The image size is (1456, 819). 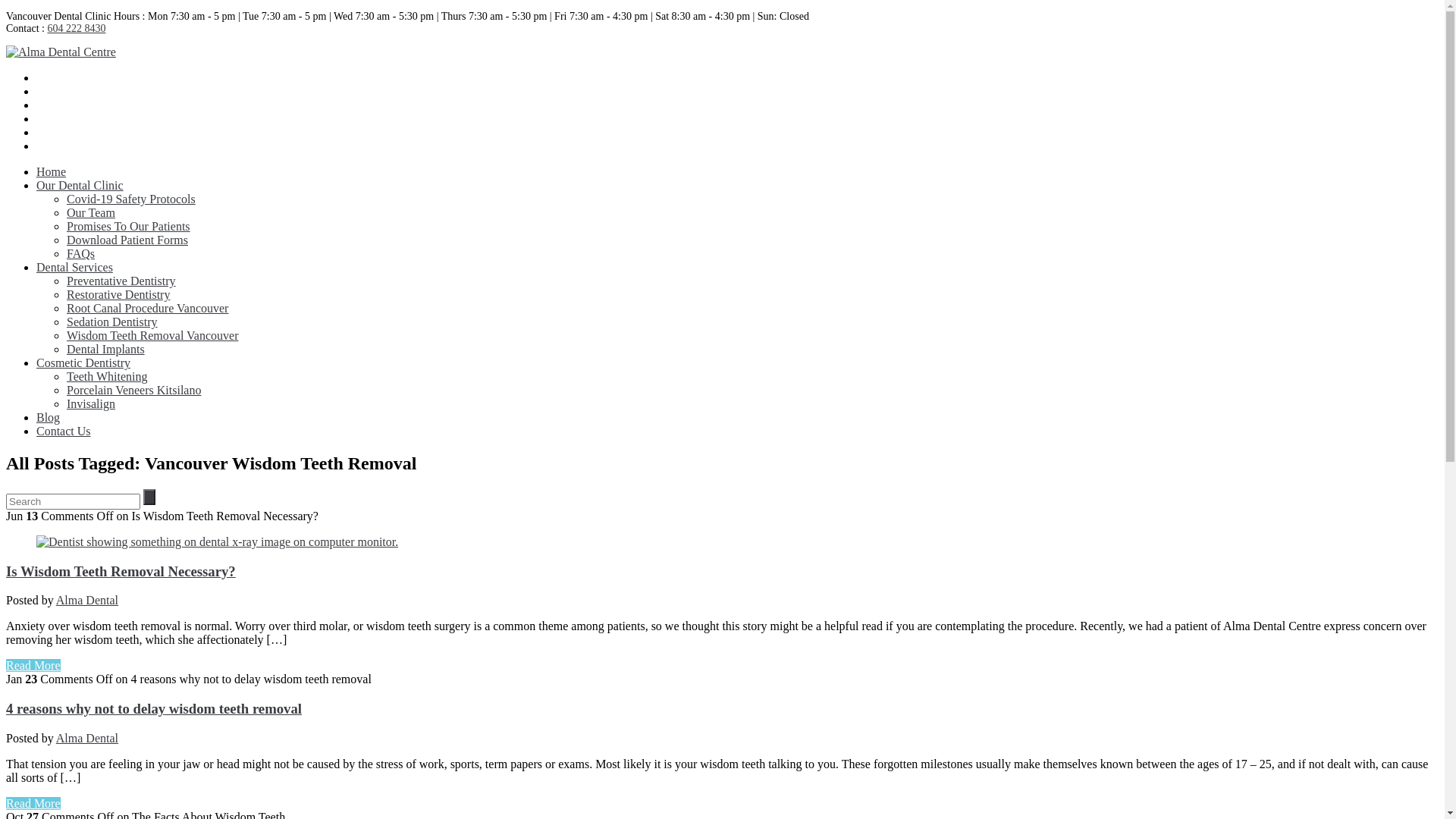 What do you see at coordinates (90, 212) in the screenshot?
I see `'Our Team'` at bounding box center [90, 212].